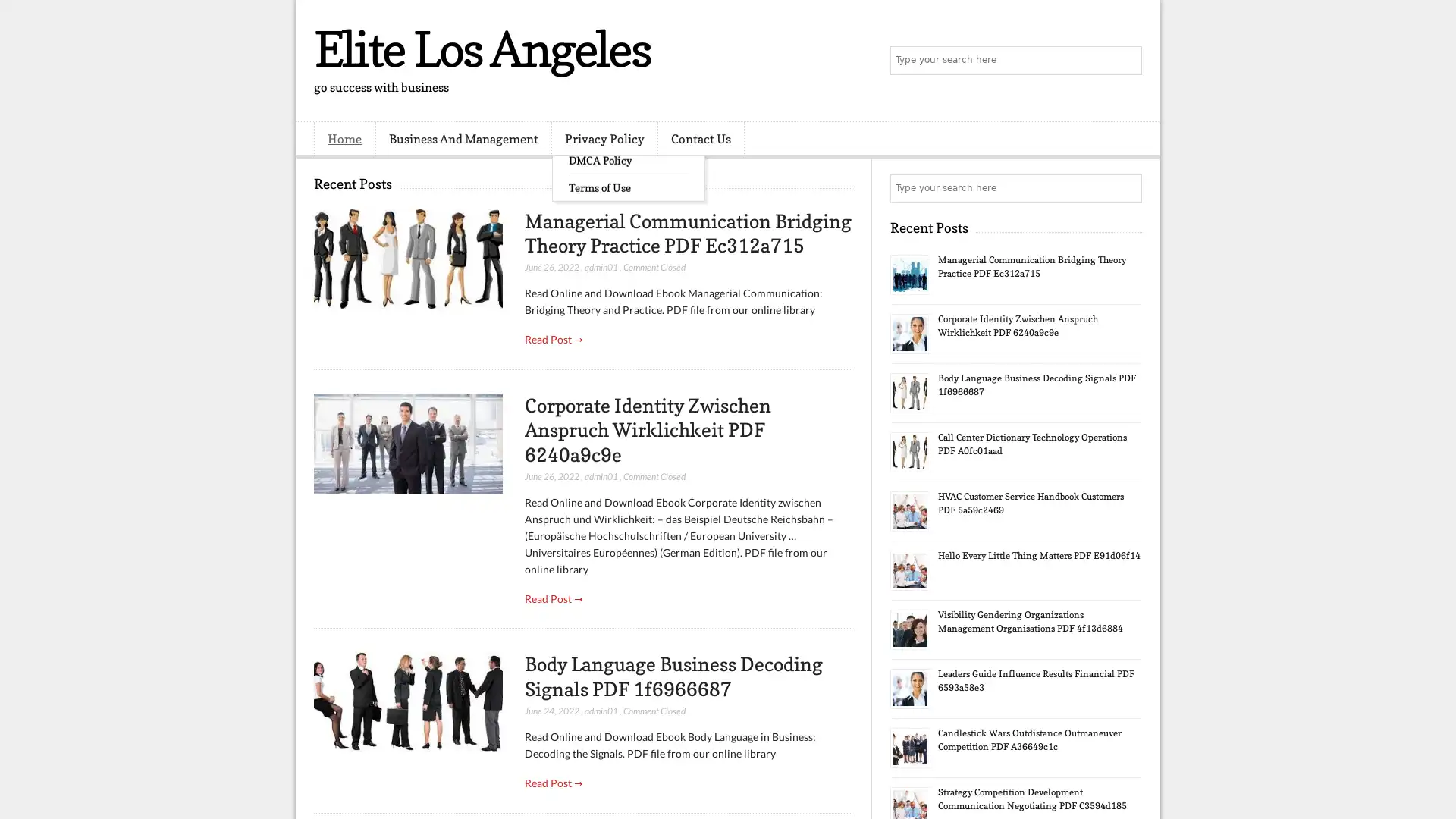 The image size is (1456, 819). What do you see at coordinates (1126, 61) in the screenshot?
I see `Search` at bounding box center [1126, 61].